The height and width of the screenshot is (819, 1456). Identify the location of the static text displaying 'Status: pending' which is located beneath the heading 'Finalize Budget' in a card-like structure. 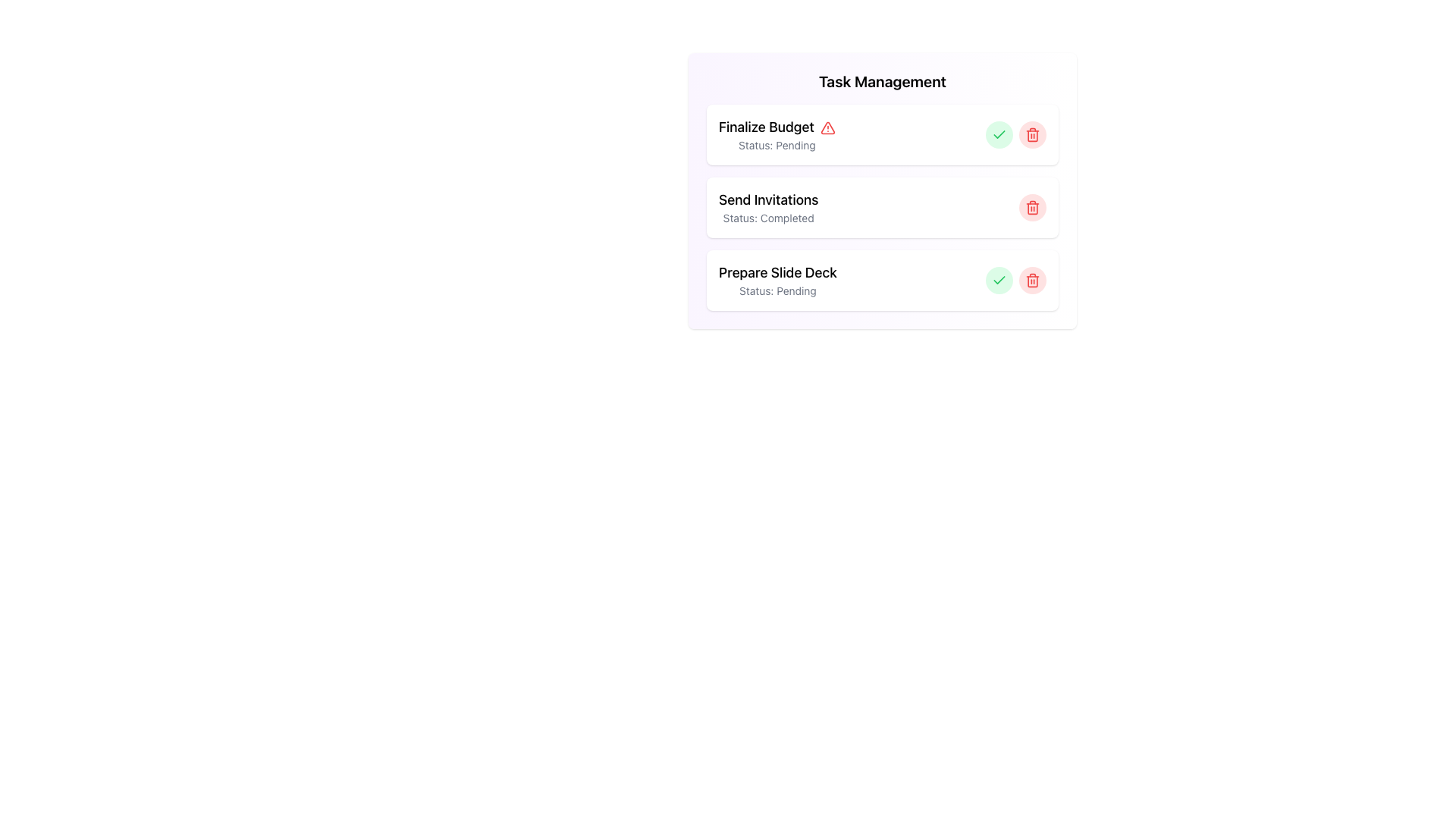
(777, 146).